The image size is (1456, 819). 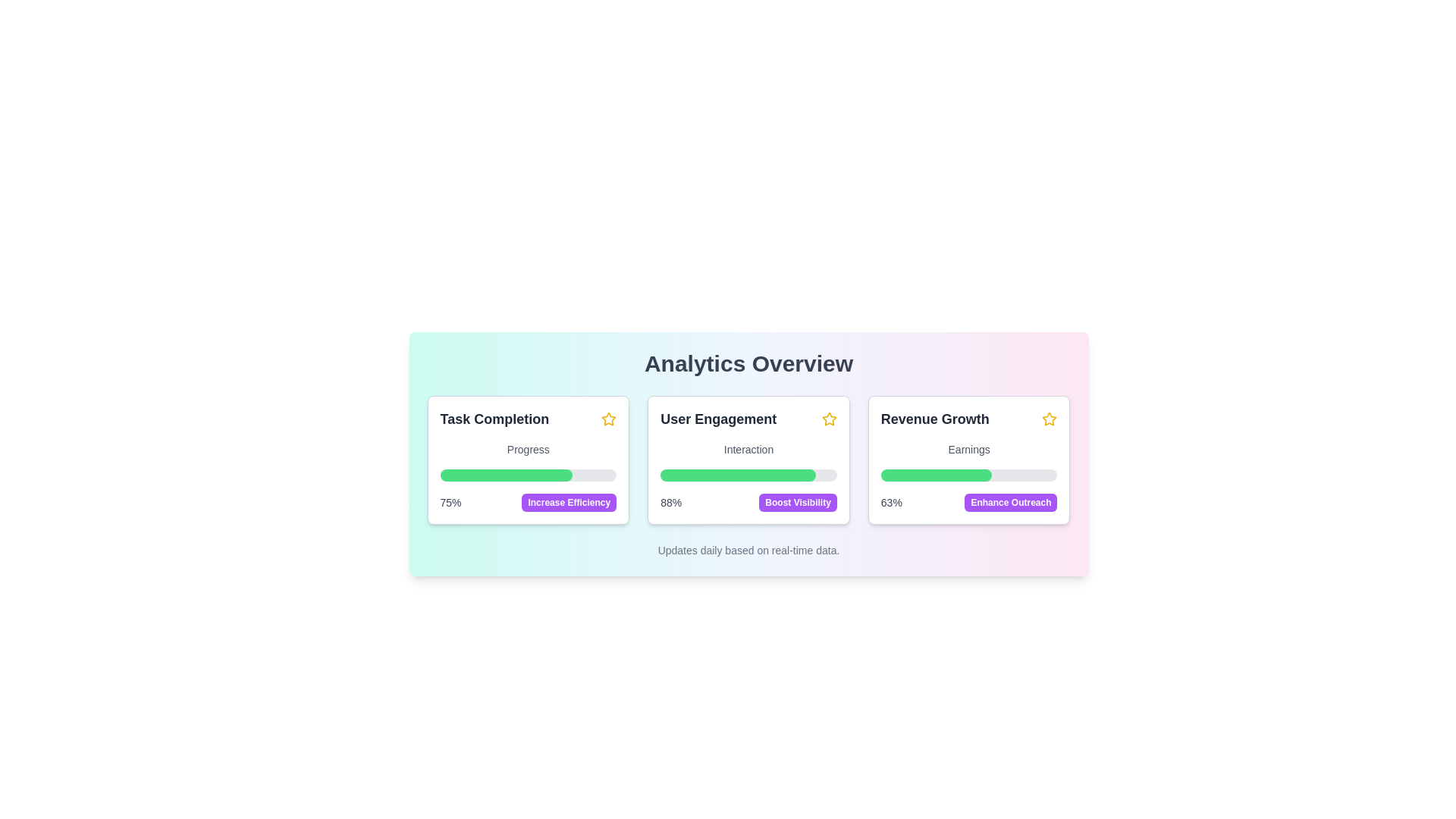 What do you see at coordinates (738, 475) in the screenshot?
I see `the green progress bar located in the 'User Engagement' section, positioned within the second card from the left in the 'Analytics Overview' section` at bounding box center [738, 475].